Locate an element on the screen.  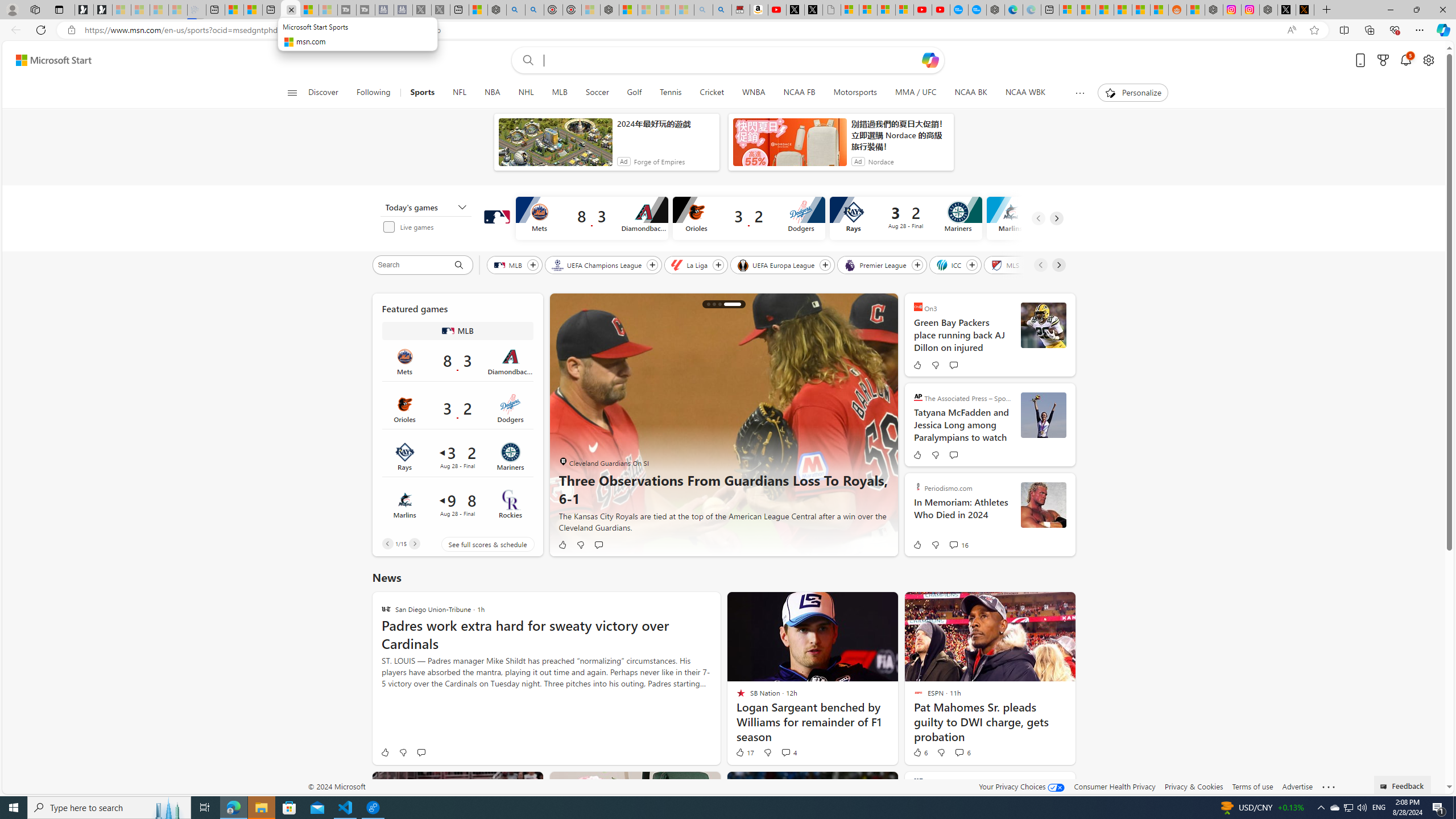
'NCAA FB' is located at coordinates (799, 92).